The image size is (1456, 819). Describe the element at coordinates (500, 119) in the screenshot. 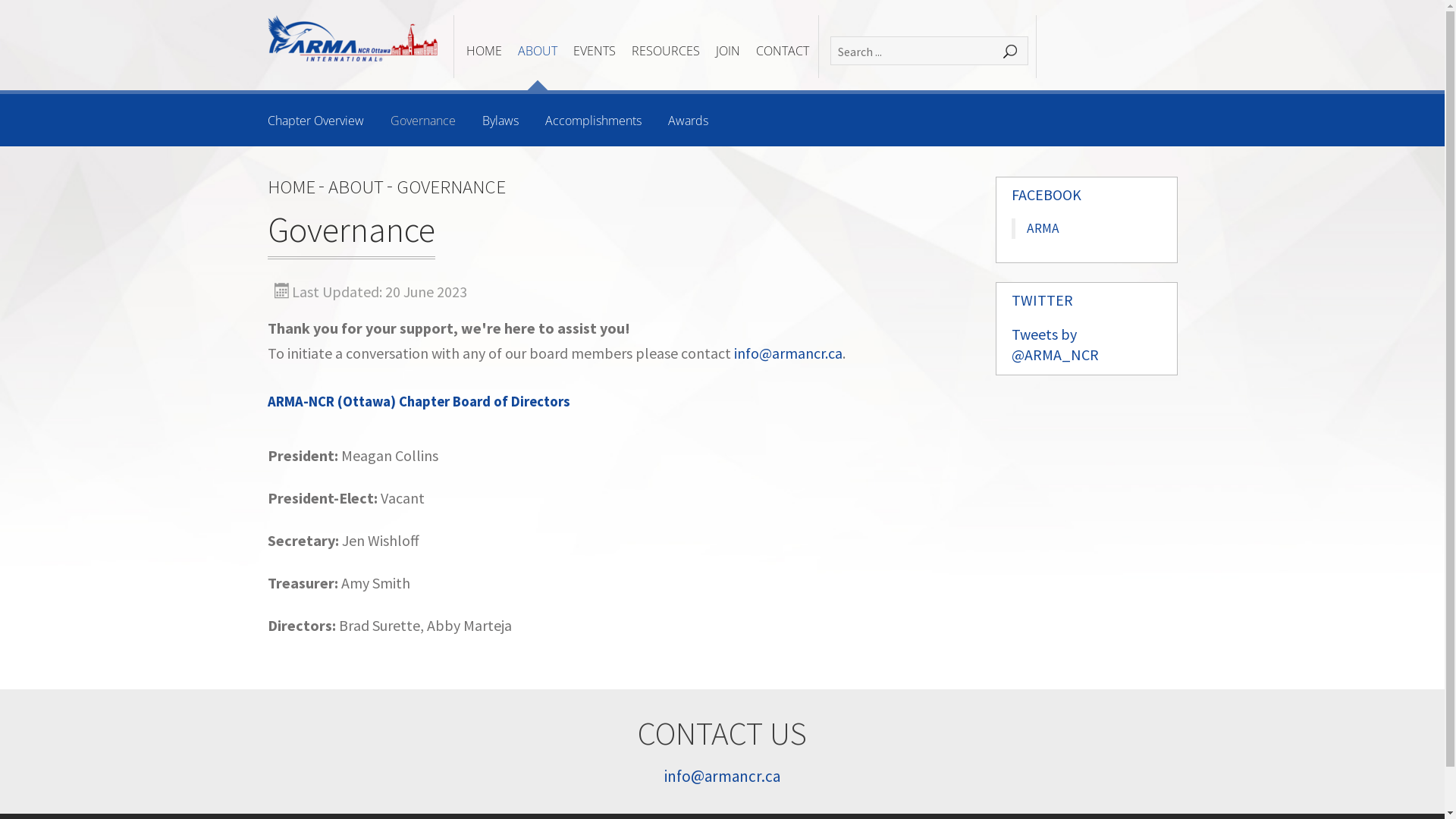

I see `'Bylaws'` at that location.